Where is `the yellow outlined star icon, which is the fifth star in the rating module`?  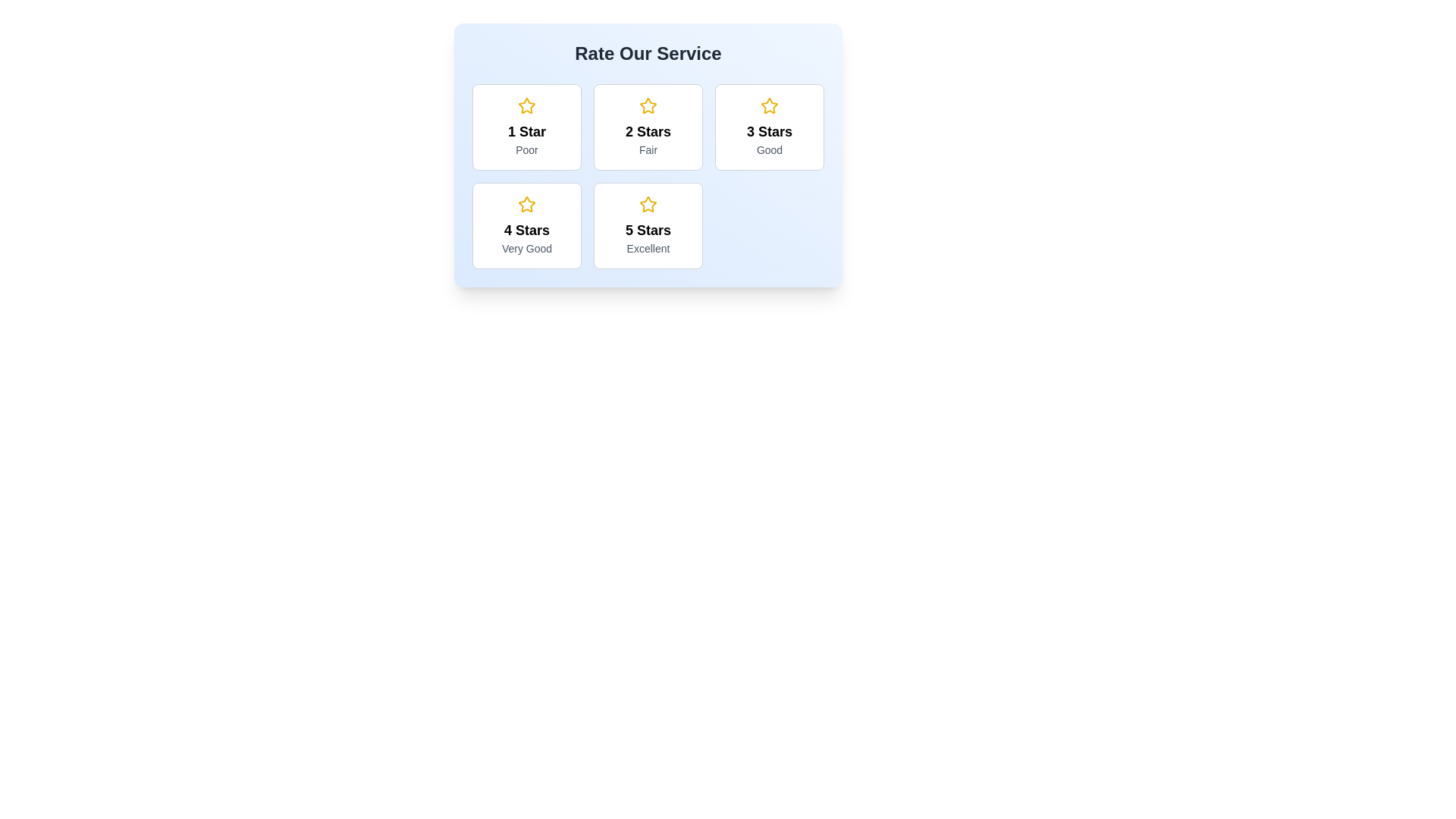
the yellow outlined star icon, which is the fifth star in the rating module is located at coordinates (648, 203).